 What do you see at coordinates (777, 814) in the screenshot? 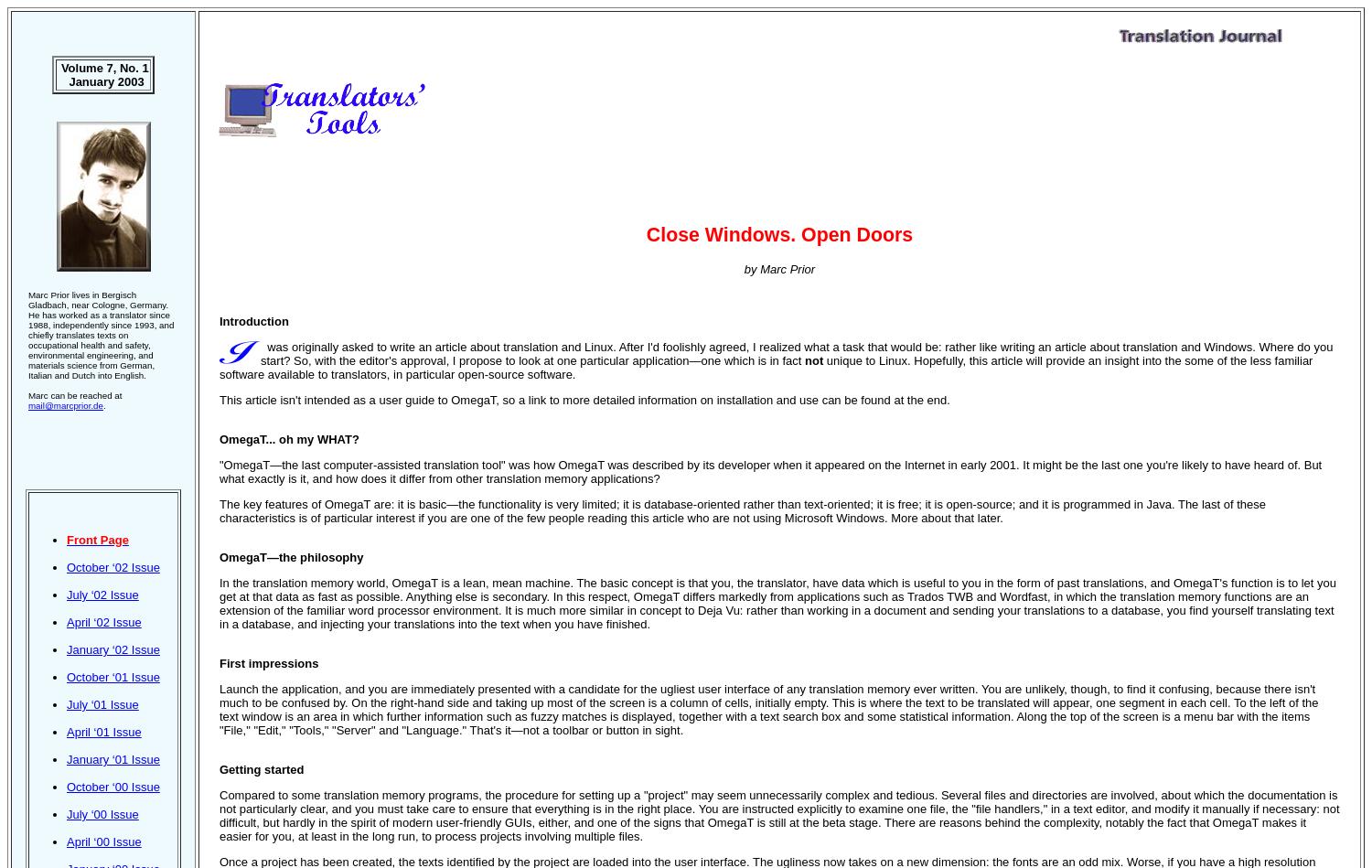
I see `'Compared to some translation memory programs, the procedure for setting up a "project" may seem unnecessarily complex and tedious. Several files and directories are involved, about which the documentation is not particularly clear, and you must take care to ensure that everything is in the right place. You are instructed explicitly to examine one file, the "file handlers," in a text editor, and modify it manually if necessary: not difficult, but hardly in the spirit of modern user-friendly GUIs, either, and one of the signs that OmegaT is still at the beta stage. There are reasons behind the complexity, notably the fact that OmegaT makes it easier for you, at least in the long run, to process projects involving multiple files.'` at bounding box center [777, 814].